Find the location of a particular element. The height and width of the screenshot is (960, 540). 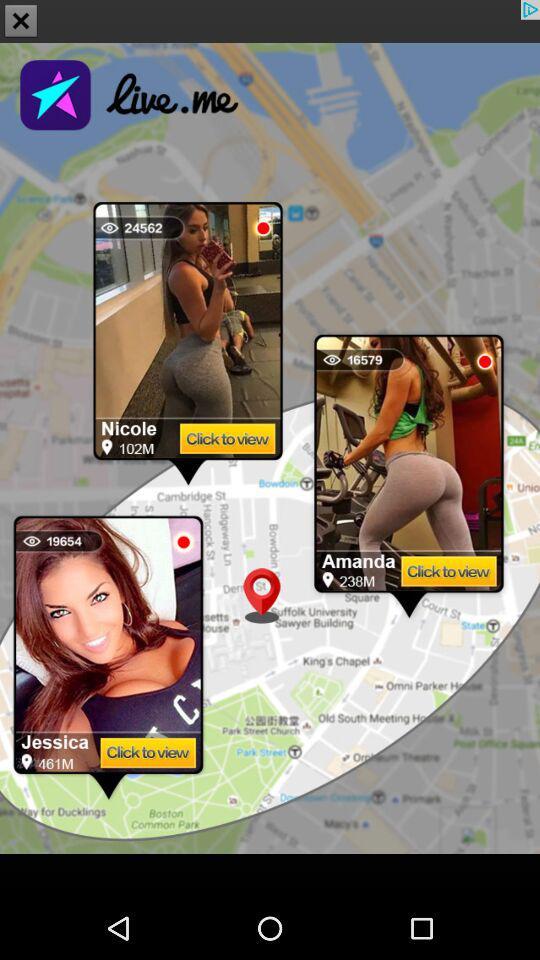

the close icon is located at coordinates (20, 21).